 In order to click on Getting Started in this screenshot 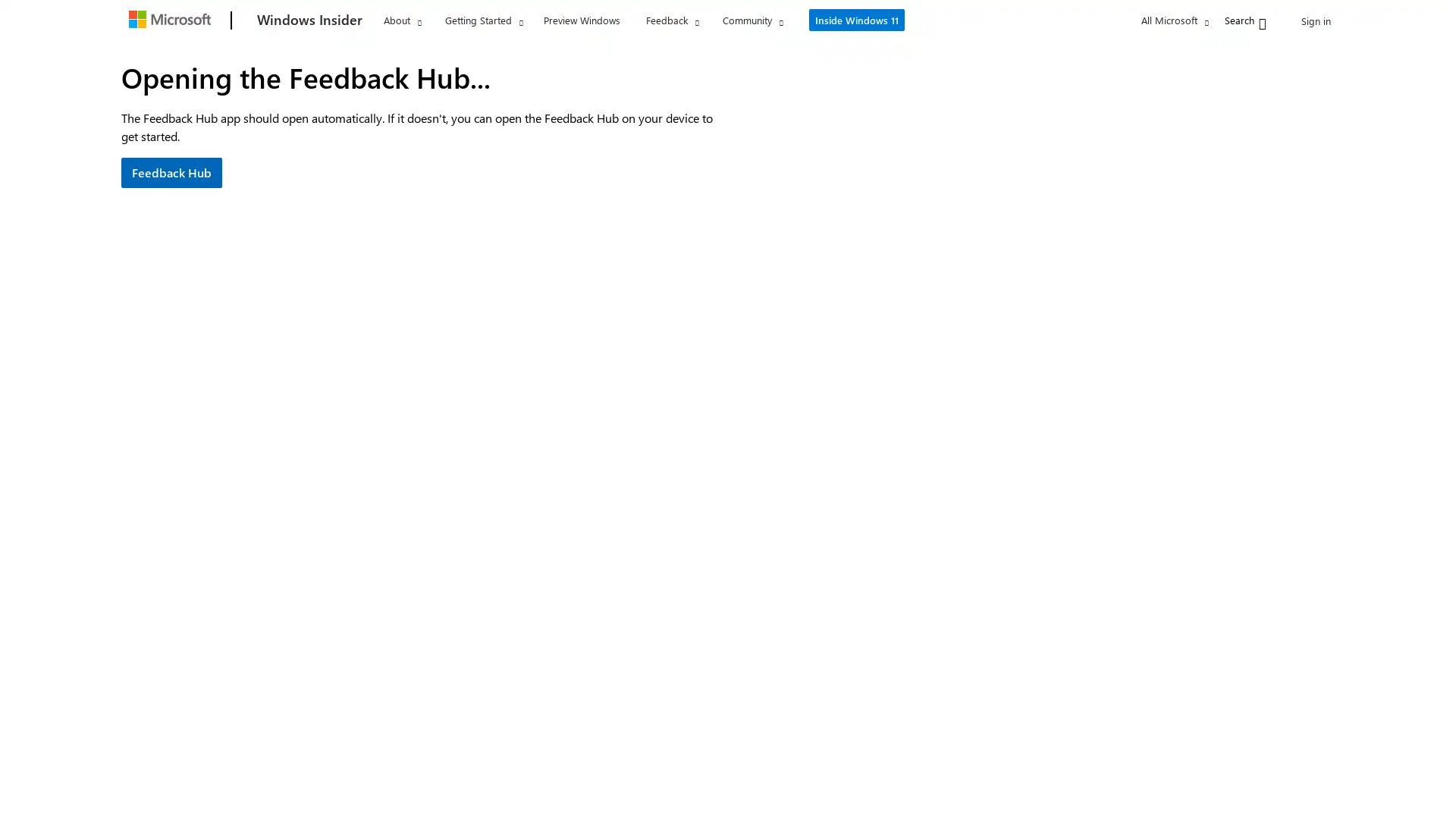, I will do `click(483, 20)`.